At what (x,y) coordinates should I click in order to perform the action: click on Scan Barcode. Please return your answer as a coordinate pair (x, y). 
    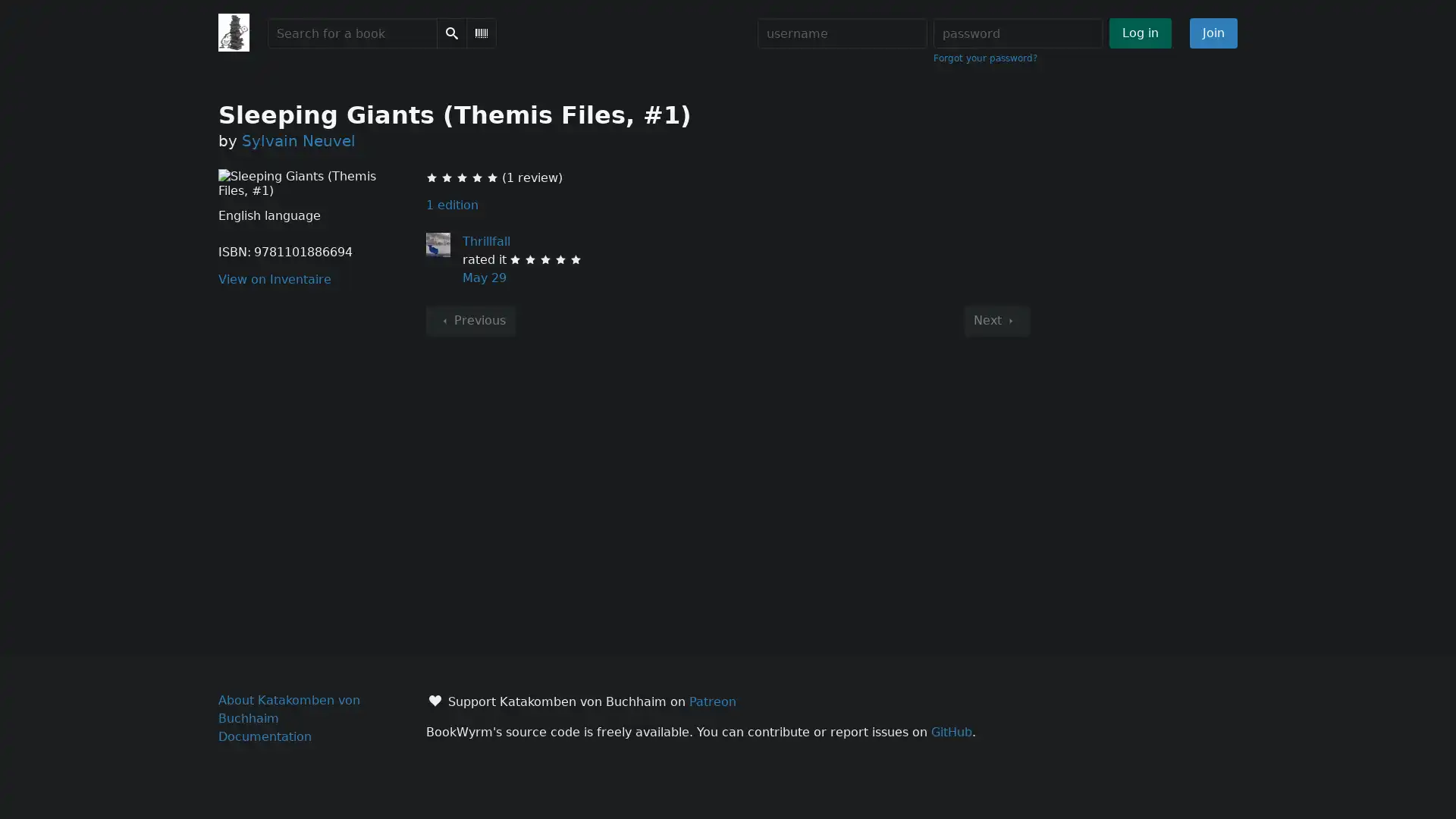
    Looking at the image, I should click on (479, 33).